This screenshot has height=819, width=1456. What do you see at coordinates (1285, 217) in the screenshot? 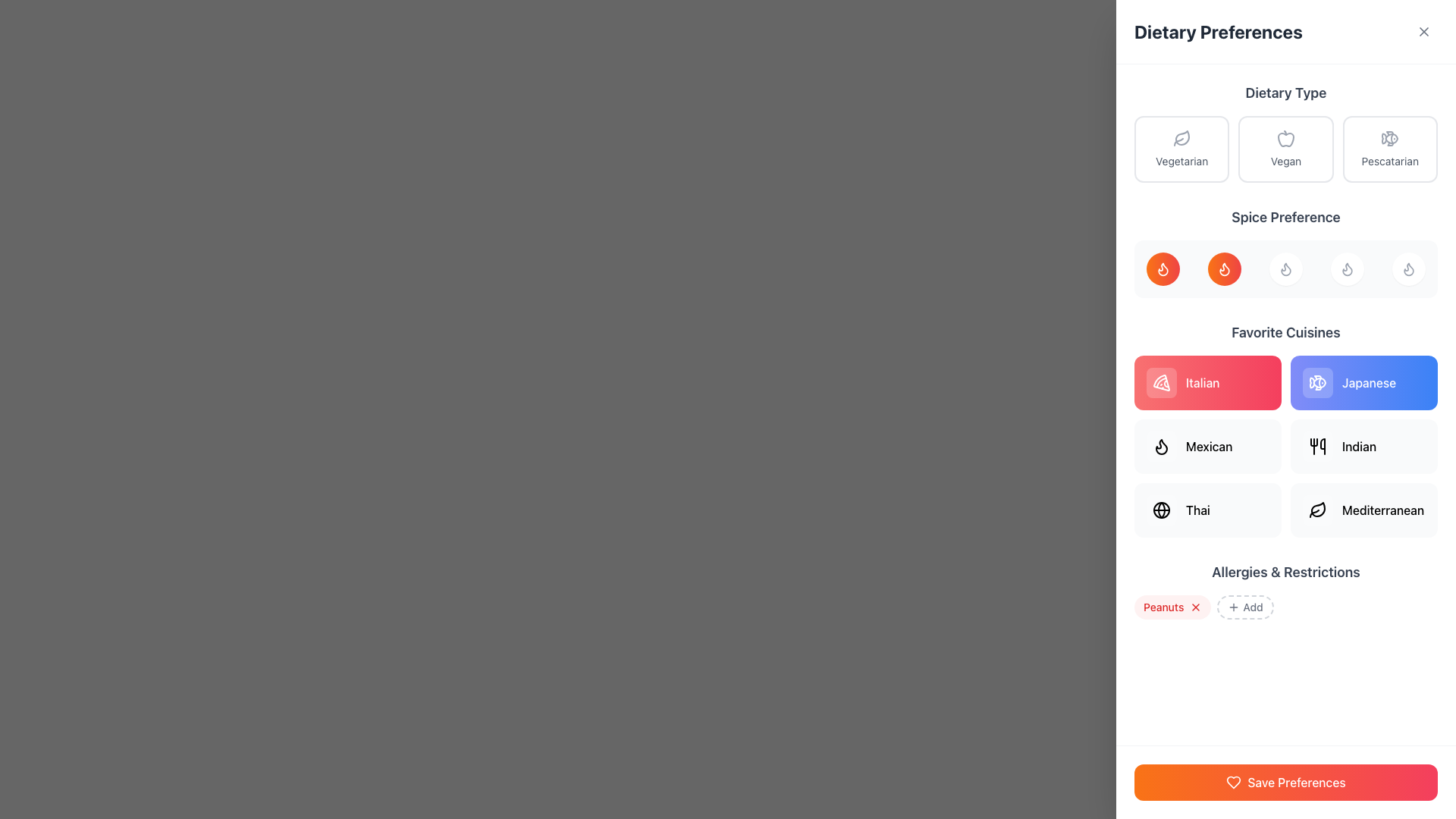
I see `the text label 'Spice Preference' which is styled in bold dark gray and located in the 'Dietary Preferences' panel, below the 'Dietary Type' section` at bounding box center [1285, 217].